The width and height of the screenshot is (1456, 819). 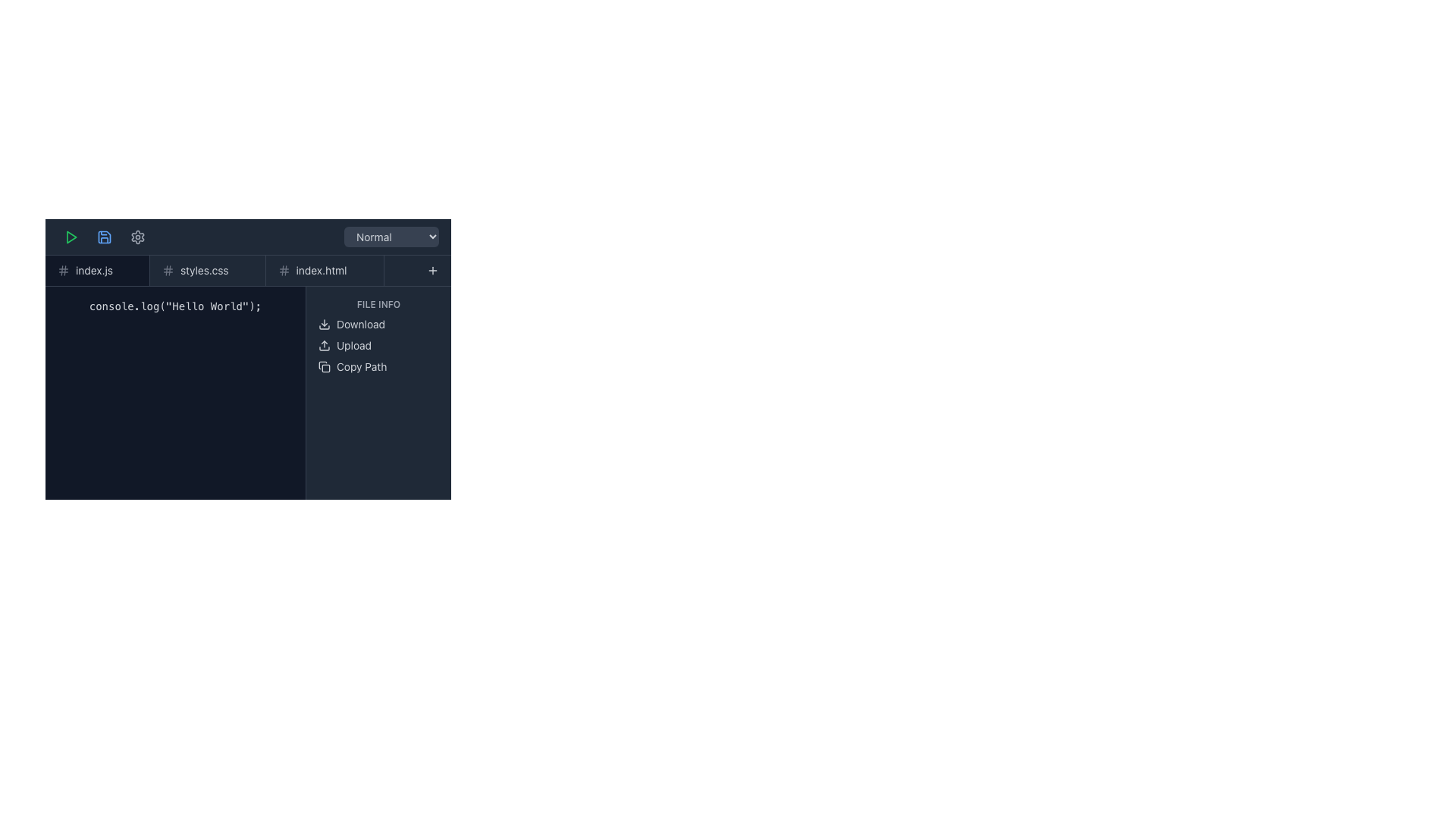 I want to click on the green play button icon, which is a rightward-facing triangle located in the upper-left corner of the dark-themed application interface, to invoke its action, so click(x=71, y=237).